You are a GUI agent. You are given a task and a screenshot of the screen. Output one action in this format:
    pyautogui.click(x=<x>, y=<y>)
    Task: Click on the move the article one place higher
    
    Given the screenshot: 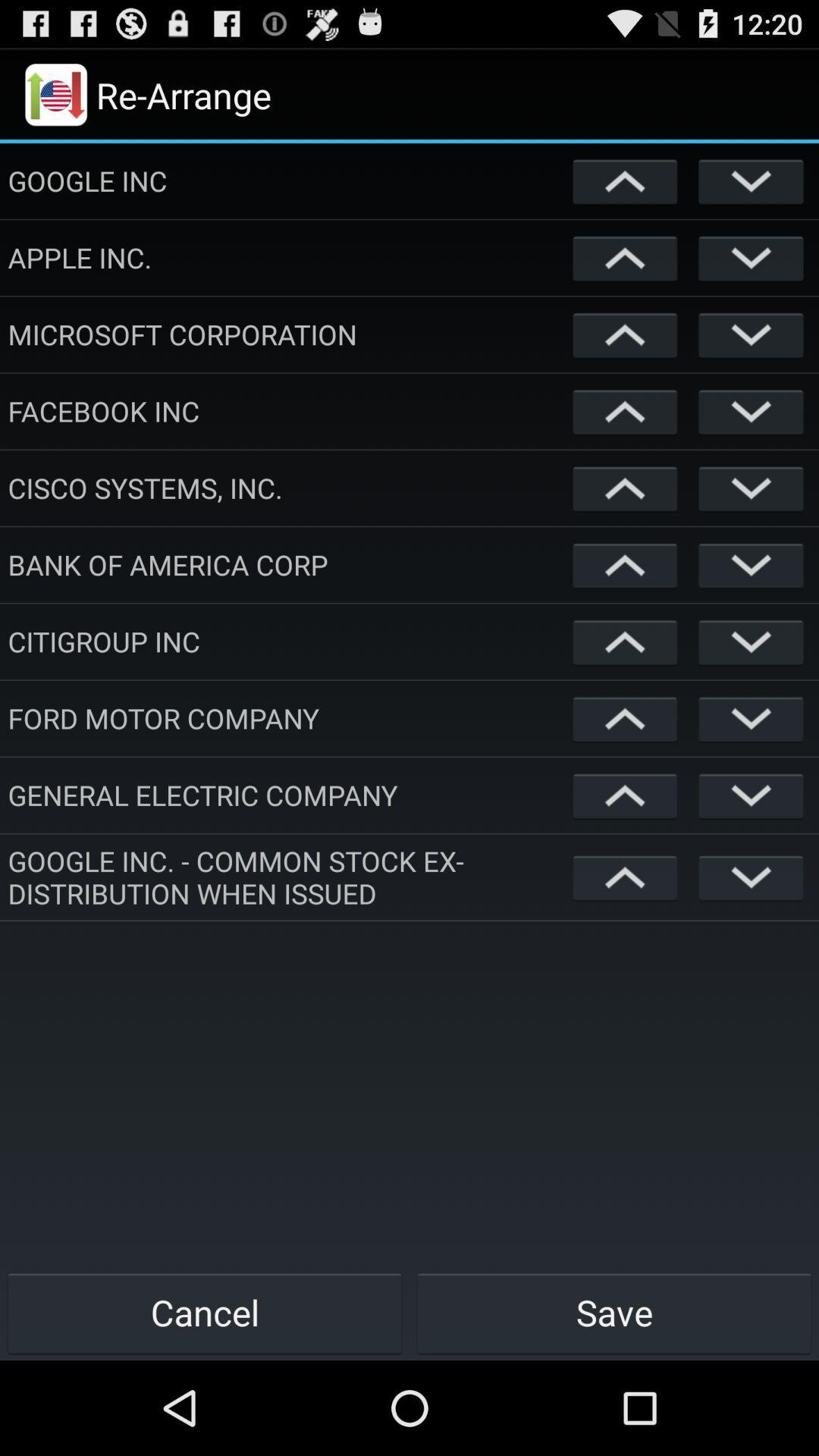 What is the action you would take?
    pyautogui.click(x=625, y=877)
    